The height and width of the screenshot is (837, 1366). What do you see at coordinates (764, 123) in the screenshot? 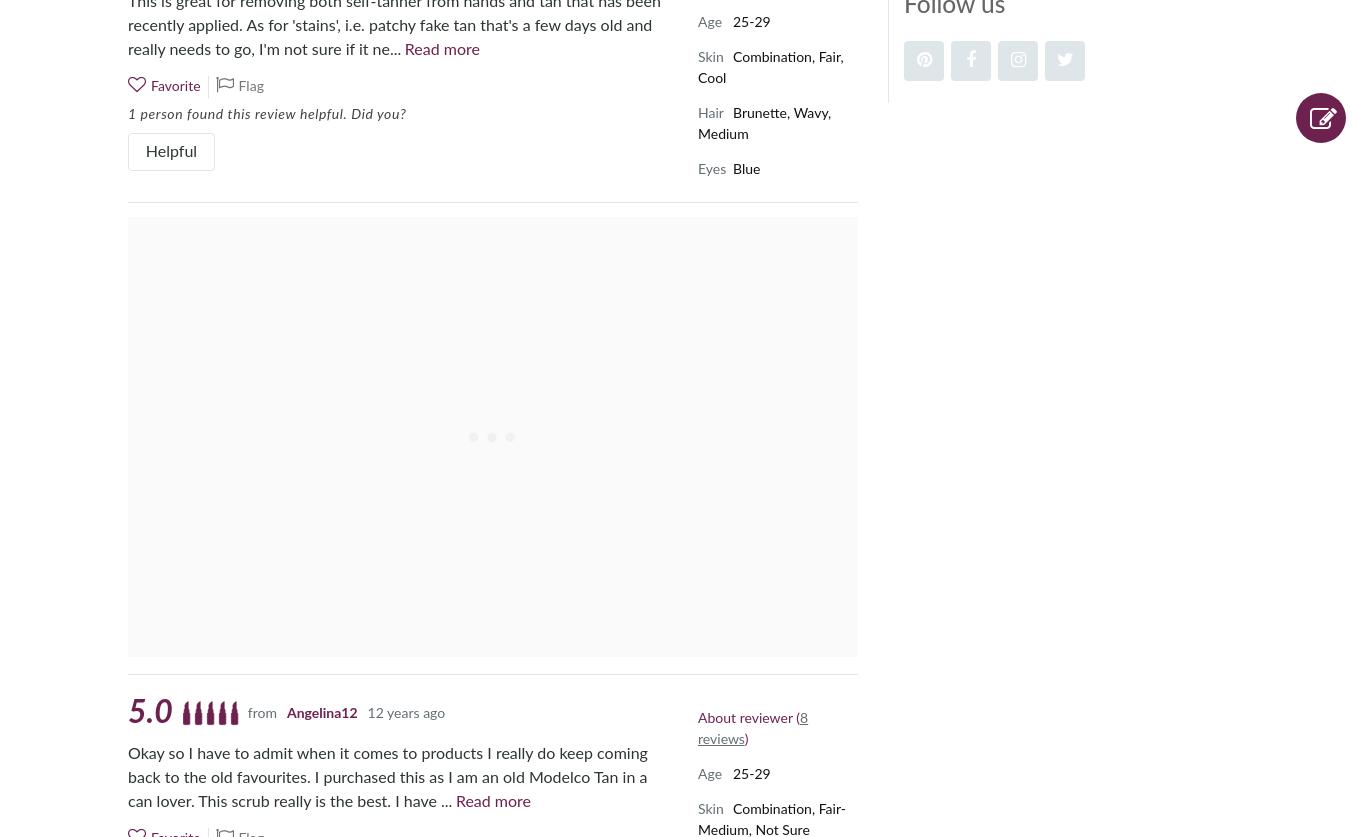
I see `'Brunette, Wavy, Medium'` at bounding box center [764, 123].